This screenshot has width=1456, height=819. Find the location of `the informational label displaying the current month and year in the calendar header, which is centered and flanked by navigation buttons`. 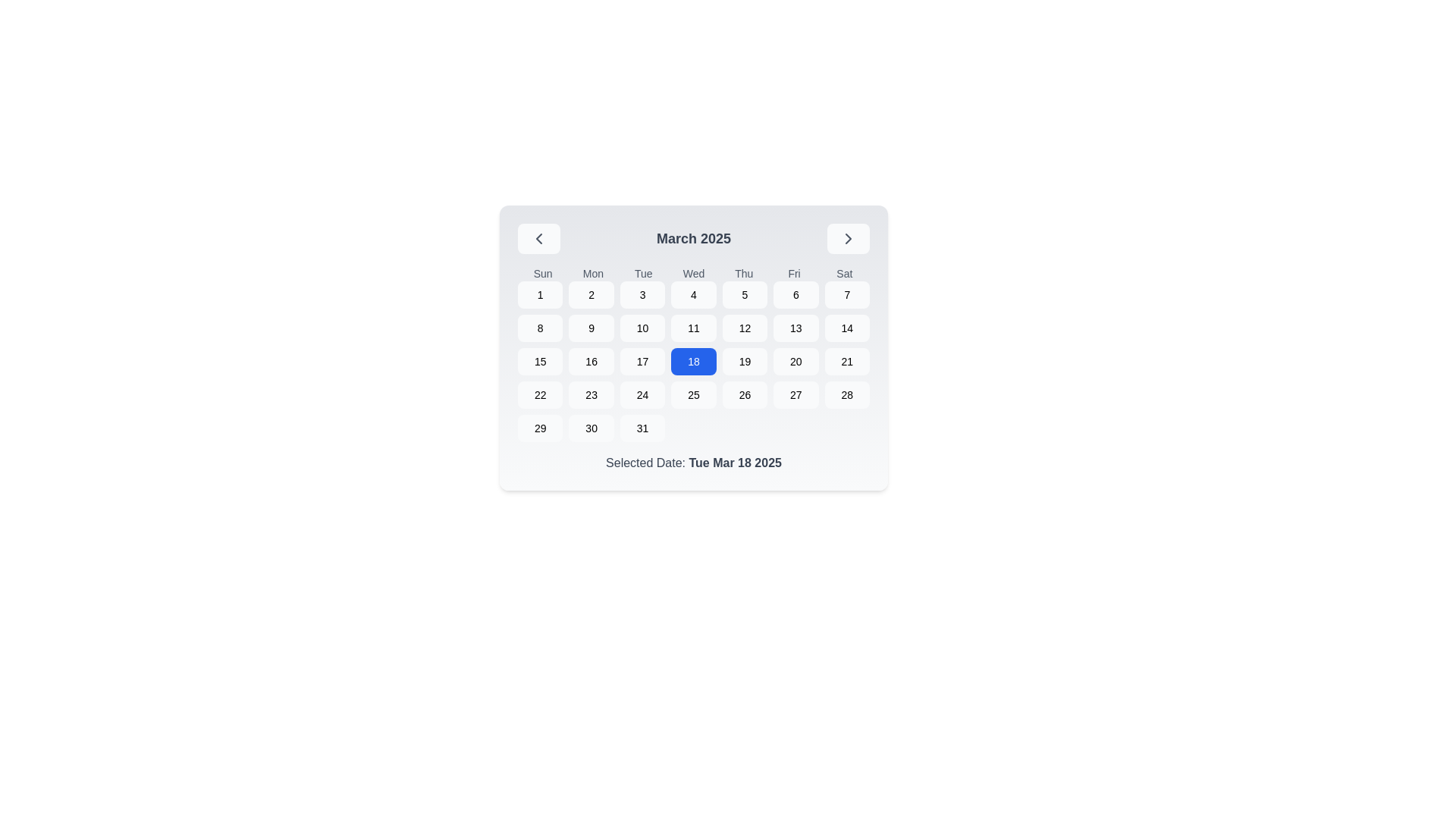

the informational label displaying the current month and year in the calendar header, which is centered and flanked by navigation buttons is located at coordinates (693, 239).